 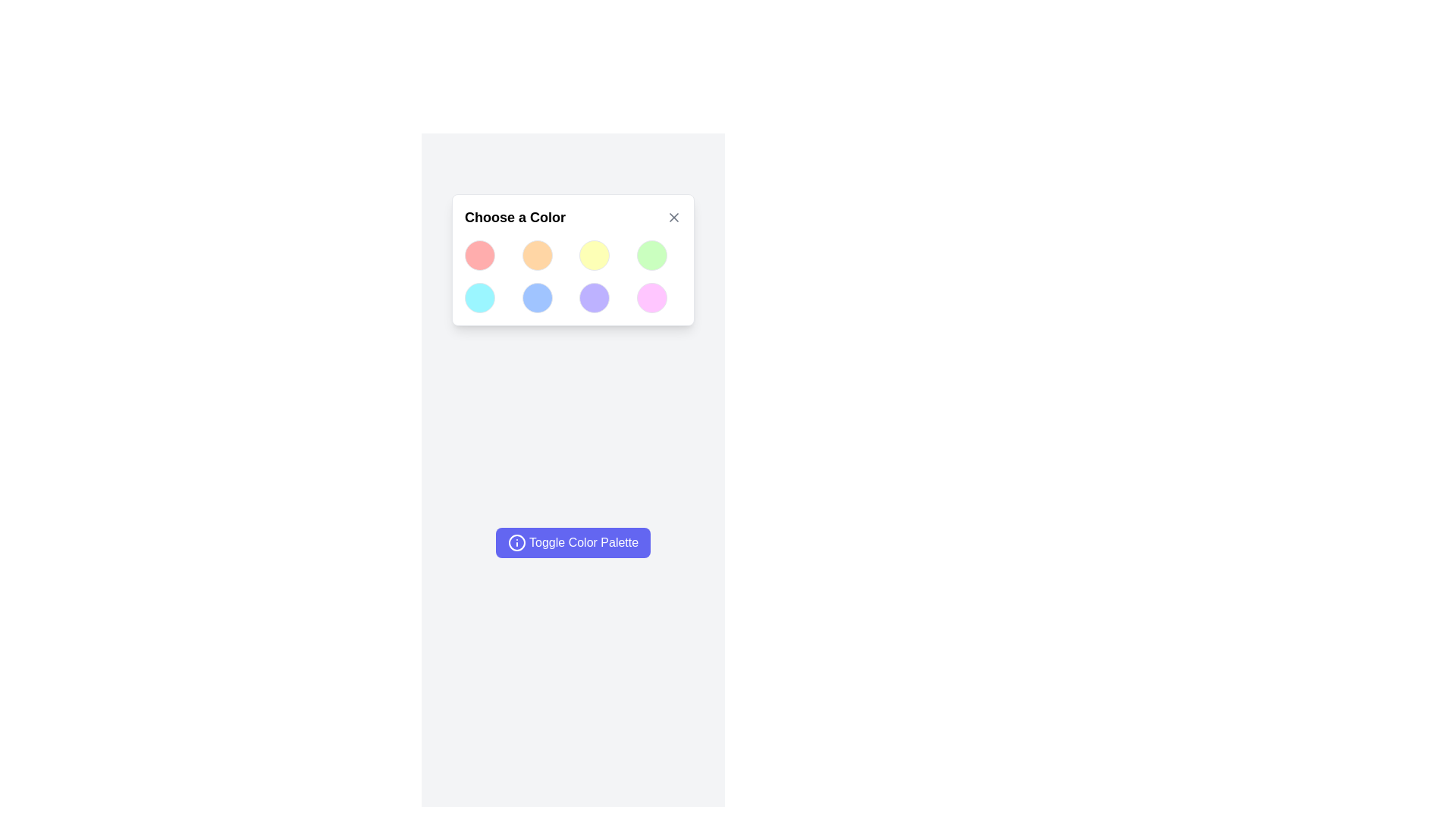 What do you see at coordinates (572, 277) in the screenshot?
I see `the color swatch in the clickable grid located in the 'Choose a Color' modal` at bounding box center [572, 277].